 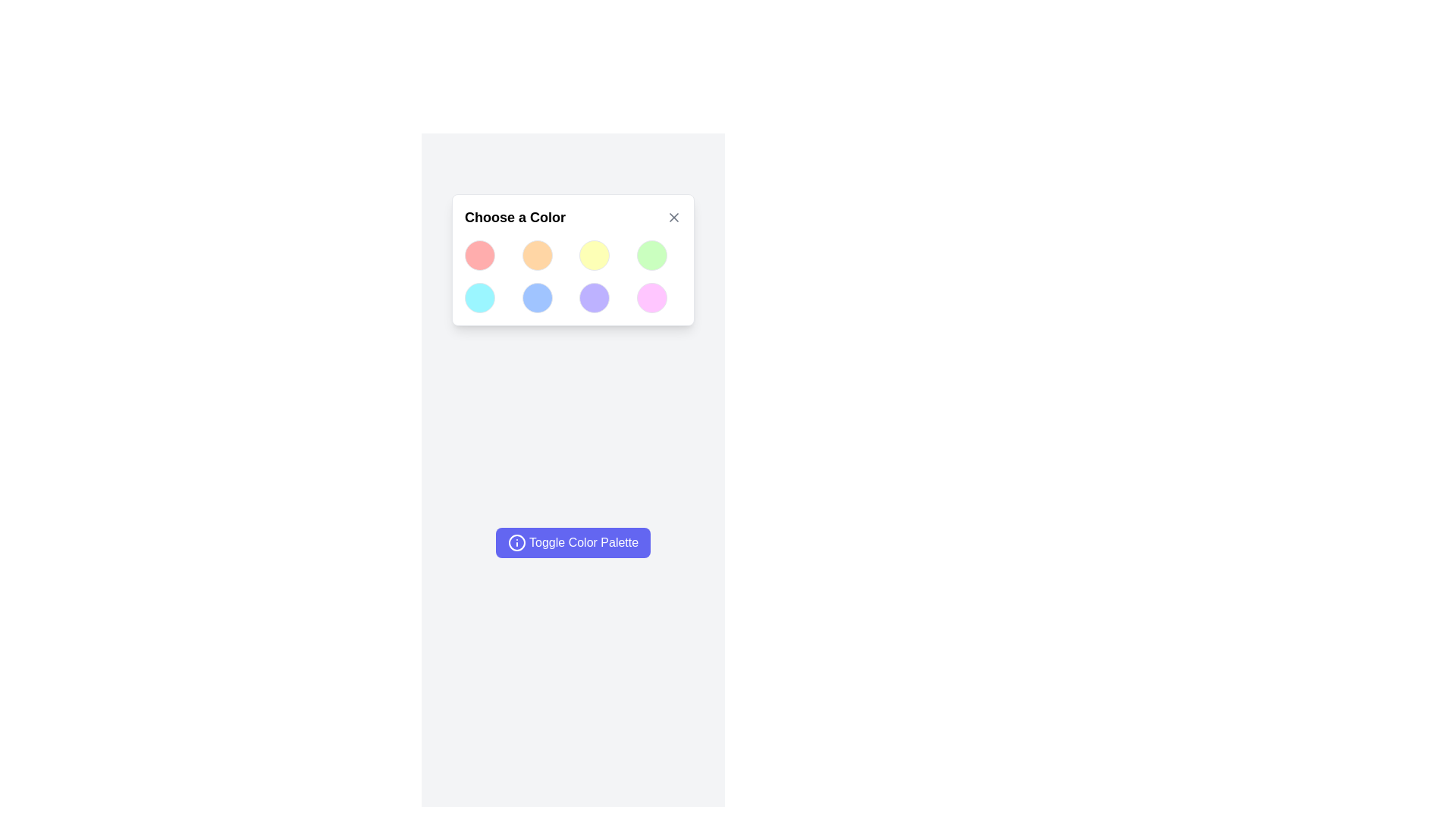 What do you see at coordinates (572, 277) in the screenshot?
I see `the color swatch in the clickable grid located in the 'Choose a Color' modal` at bounding box center [572, 277].